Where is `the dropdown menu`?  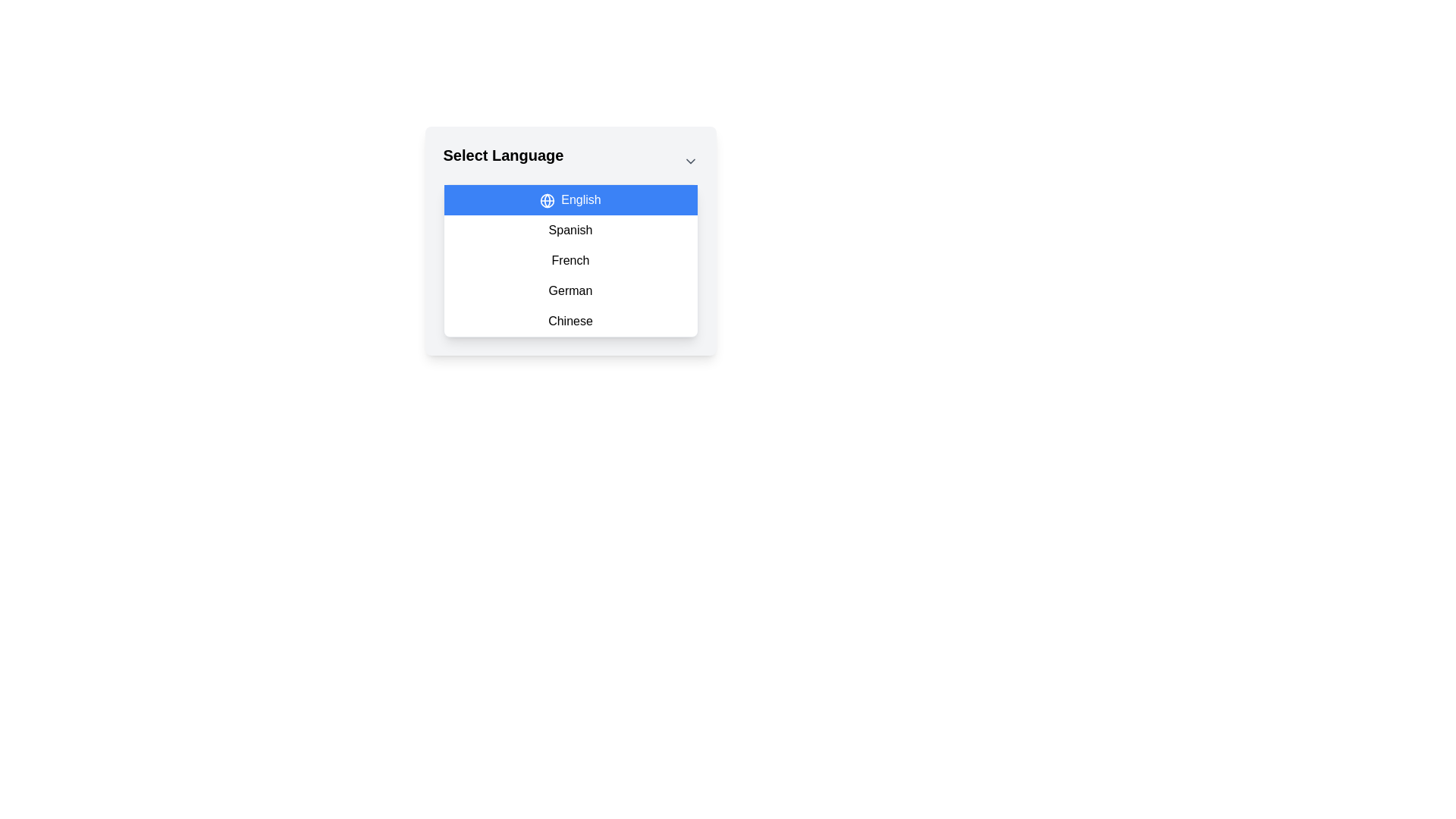
the dropdown menu is located at coordinates (570, 259).